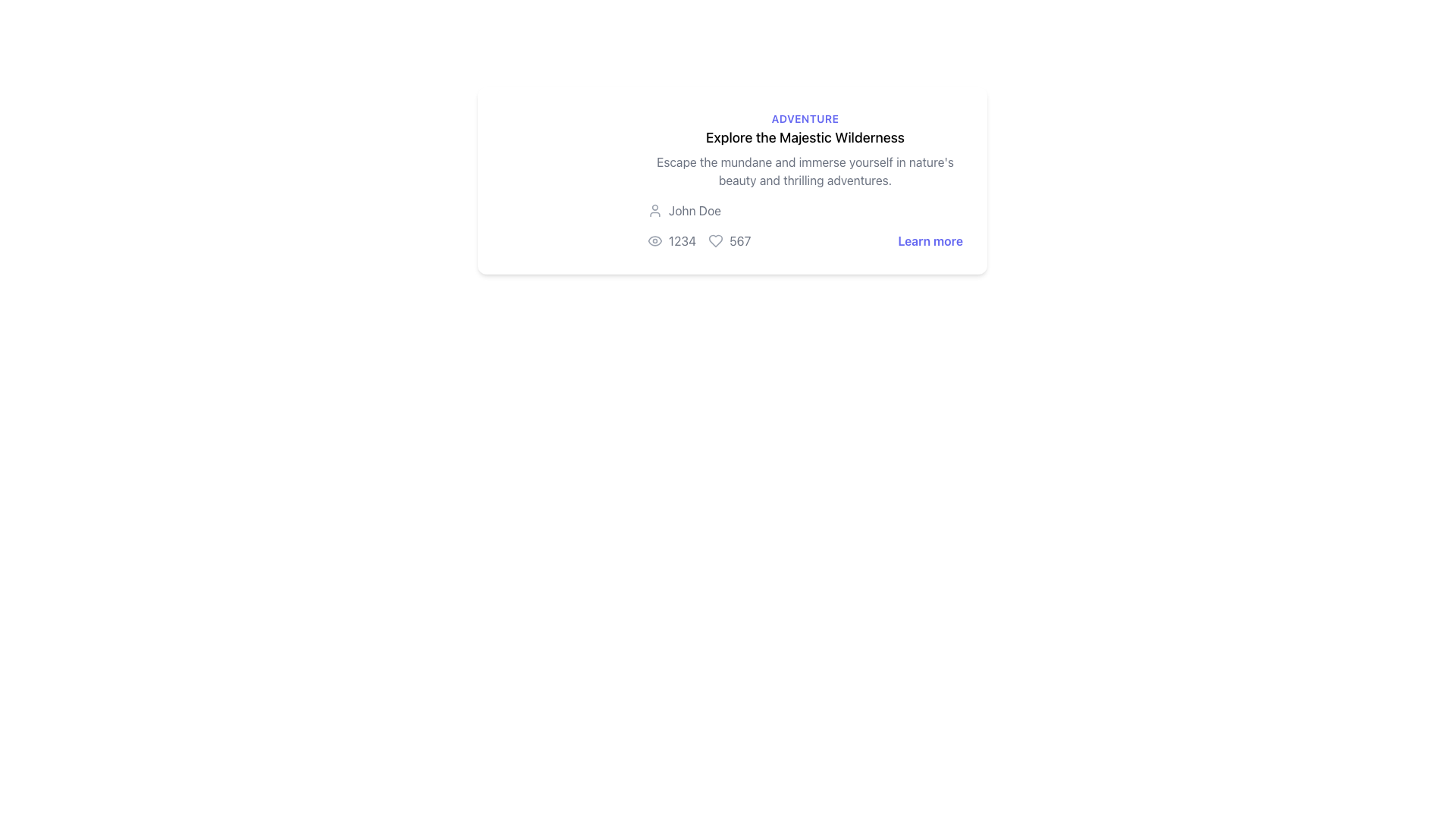  Describe the element at coordinates (655, 240) in the screenshot. I see `the eye icon located at the bottom section of the card layout, which is positioned to the left of the number '1234'` at that location.